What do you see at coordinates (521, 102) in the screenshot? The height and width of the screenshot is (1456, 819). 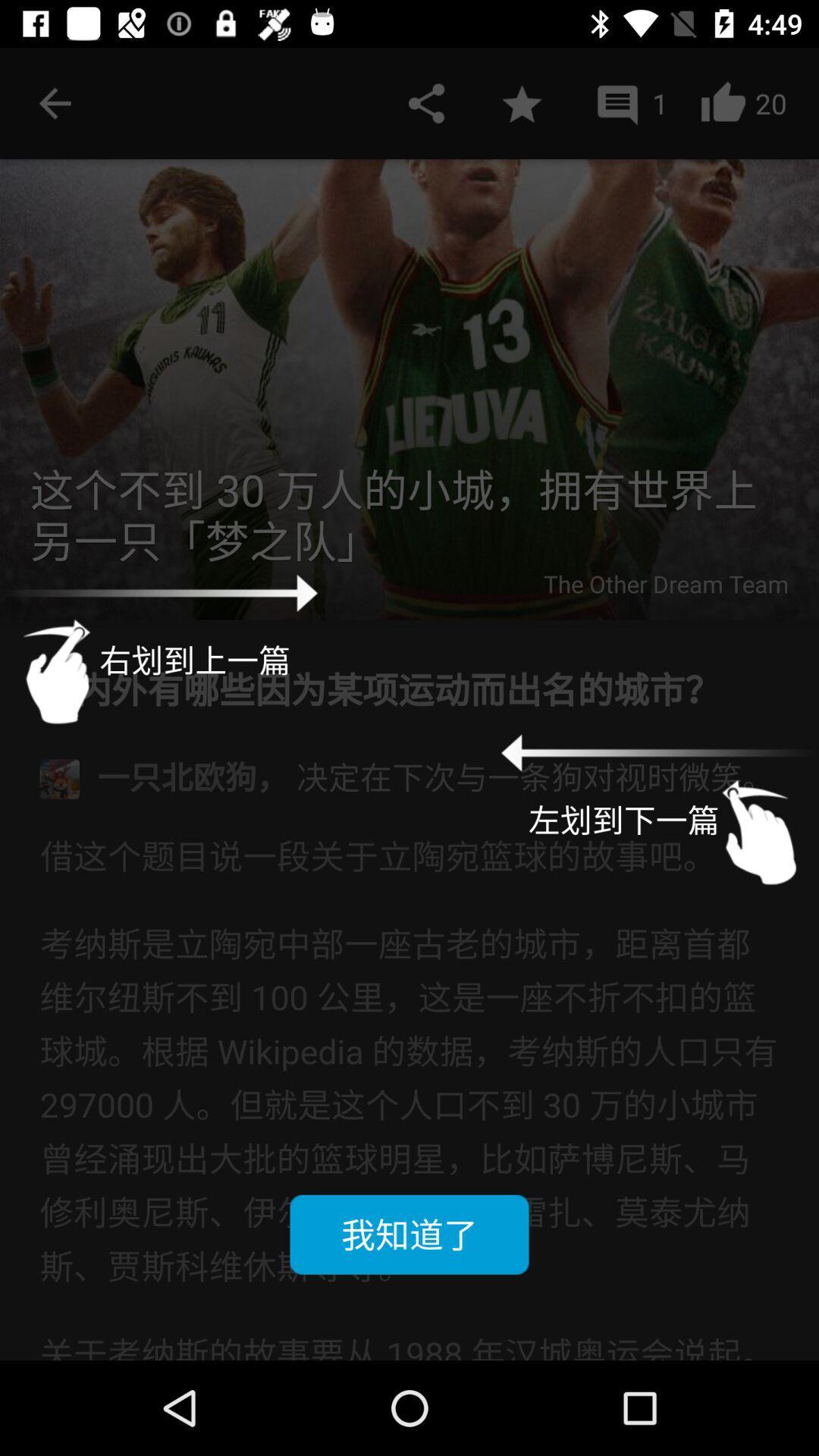 I see `favorite` at bounding box center [521, 102].